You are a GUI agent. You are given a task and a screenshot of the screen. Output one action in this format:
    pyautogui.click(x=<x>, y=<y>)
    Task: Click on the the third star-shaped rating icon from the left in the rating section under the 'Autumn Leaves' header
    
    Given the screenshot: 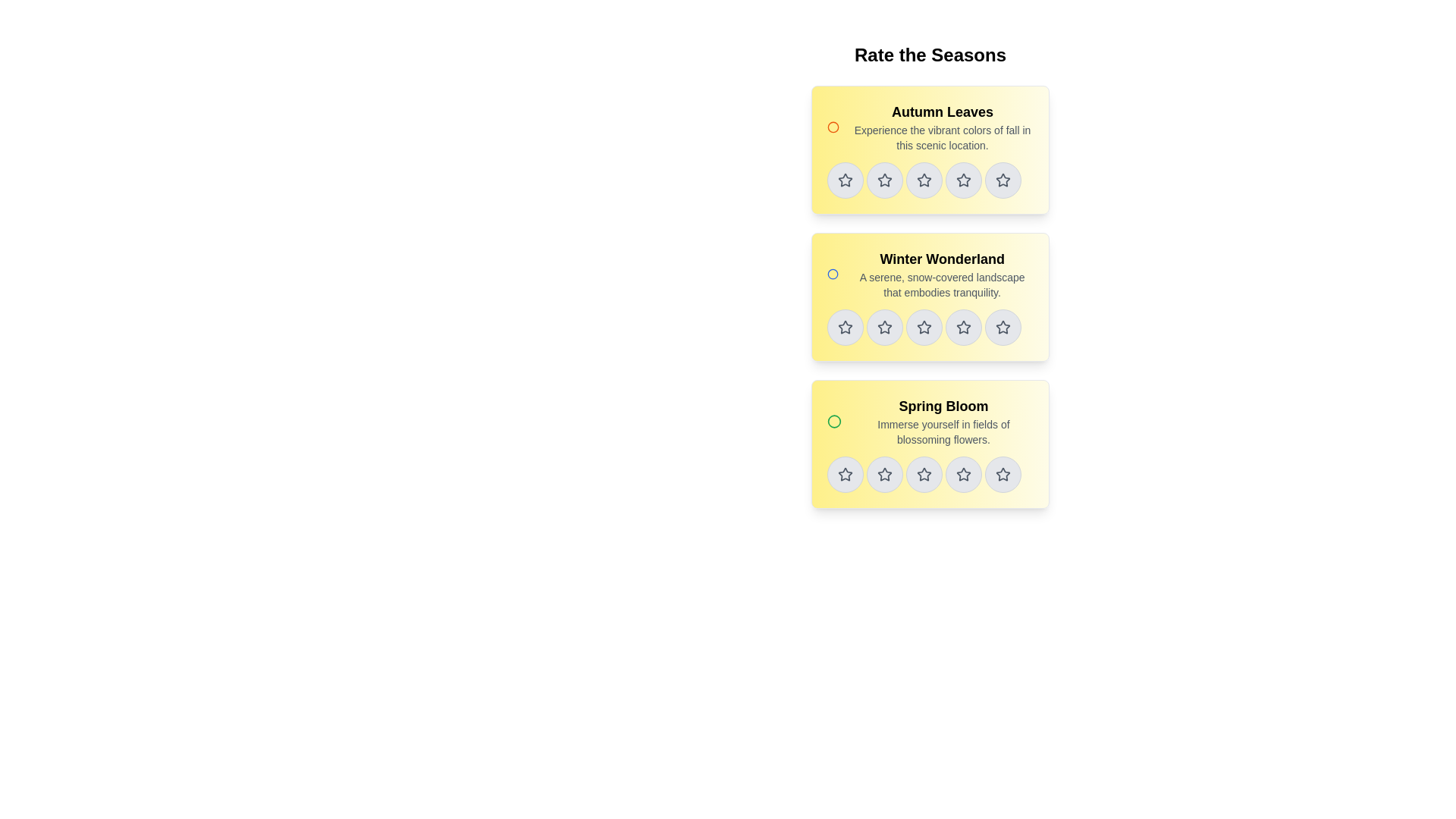 What is the action you would take?
    pyautogui.click(x=963, y=179)
    